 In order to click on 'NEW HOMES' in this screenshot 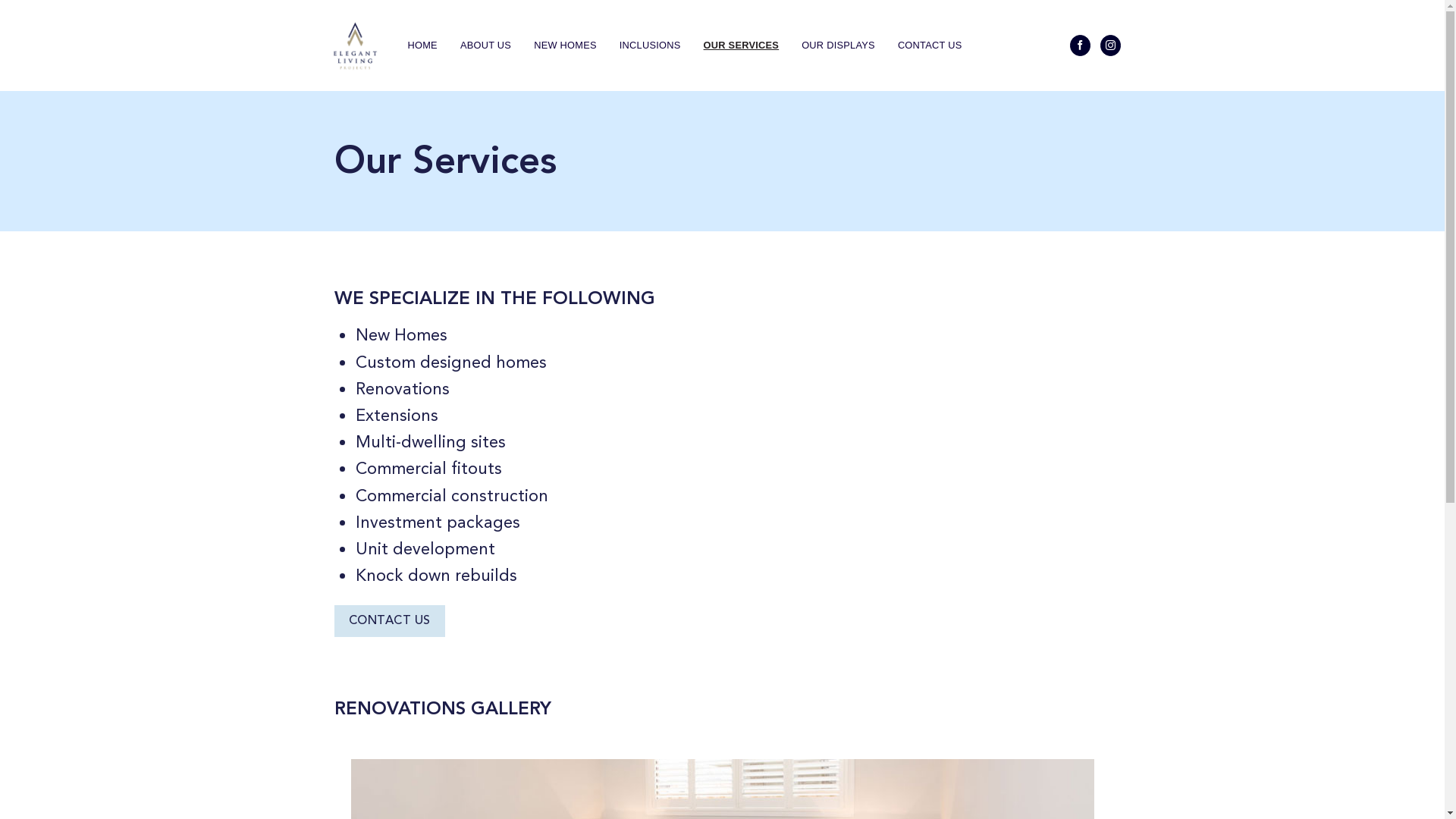, I will do `click(564, 45)`.